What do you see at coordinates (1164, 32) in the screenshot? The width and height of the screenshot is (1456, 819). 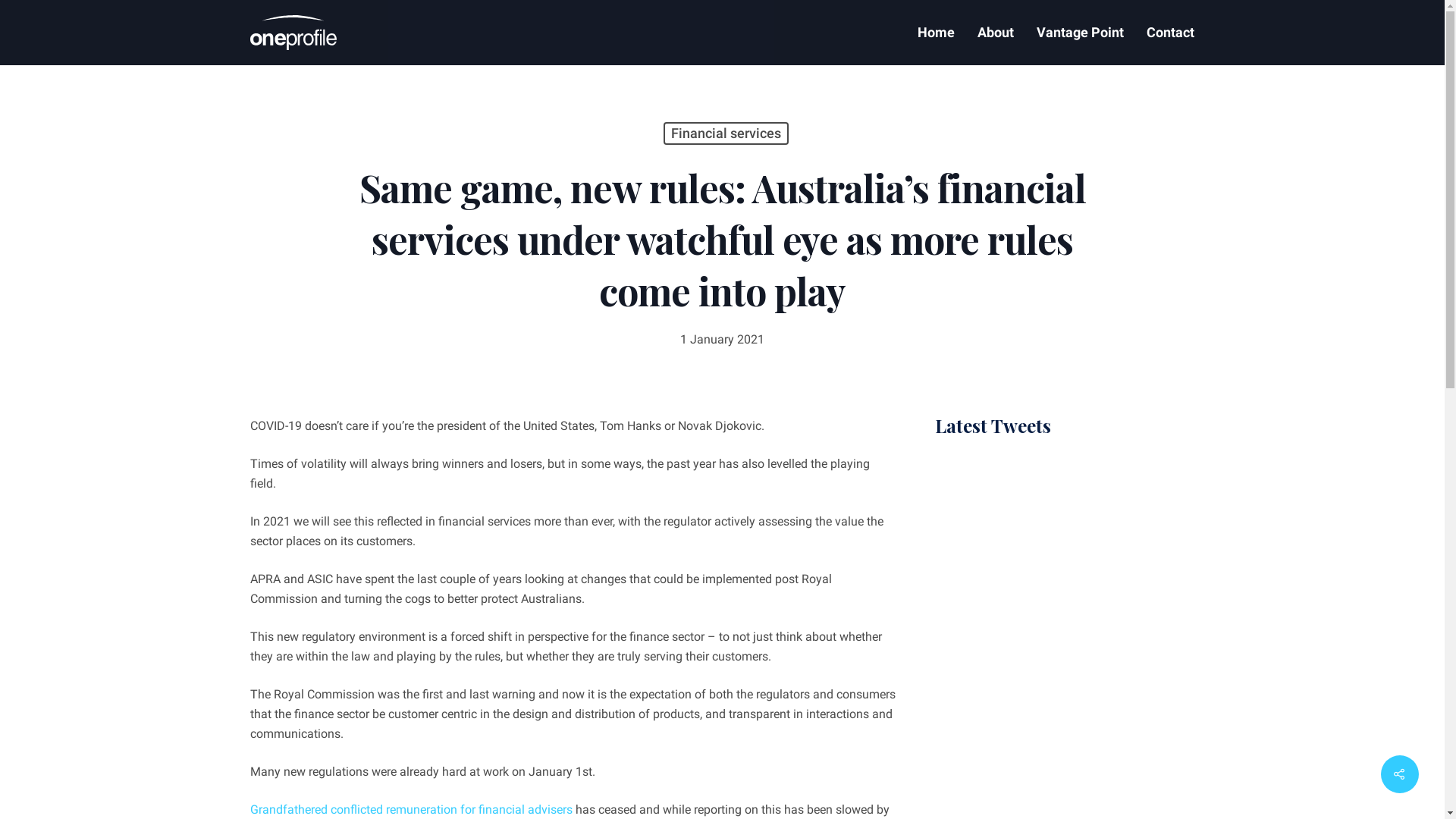 I see `'Contact'` at bounding box center [1164, 32].